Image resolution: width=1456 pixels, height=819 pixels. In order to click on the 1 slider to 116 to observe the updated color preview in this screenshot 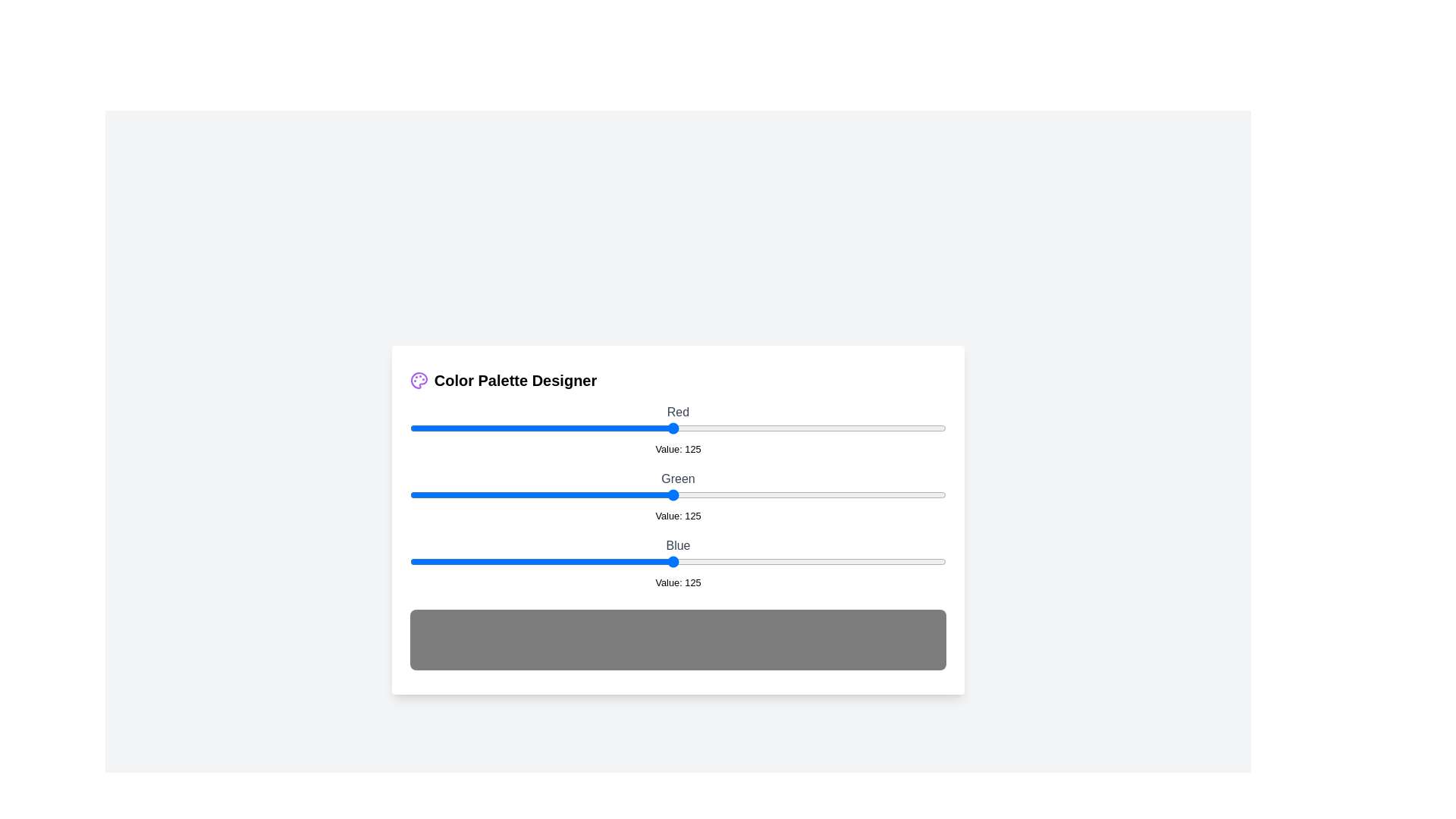, I will do `click(654, 494)`.